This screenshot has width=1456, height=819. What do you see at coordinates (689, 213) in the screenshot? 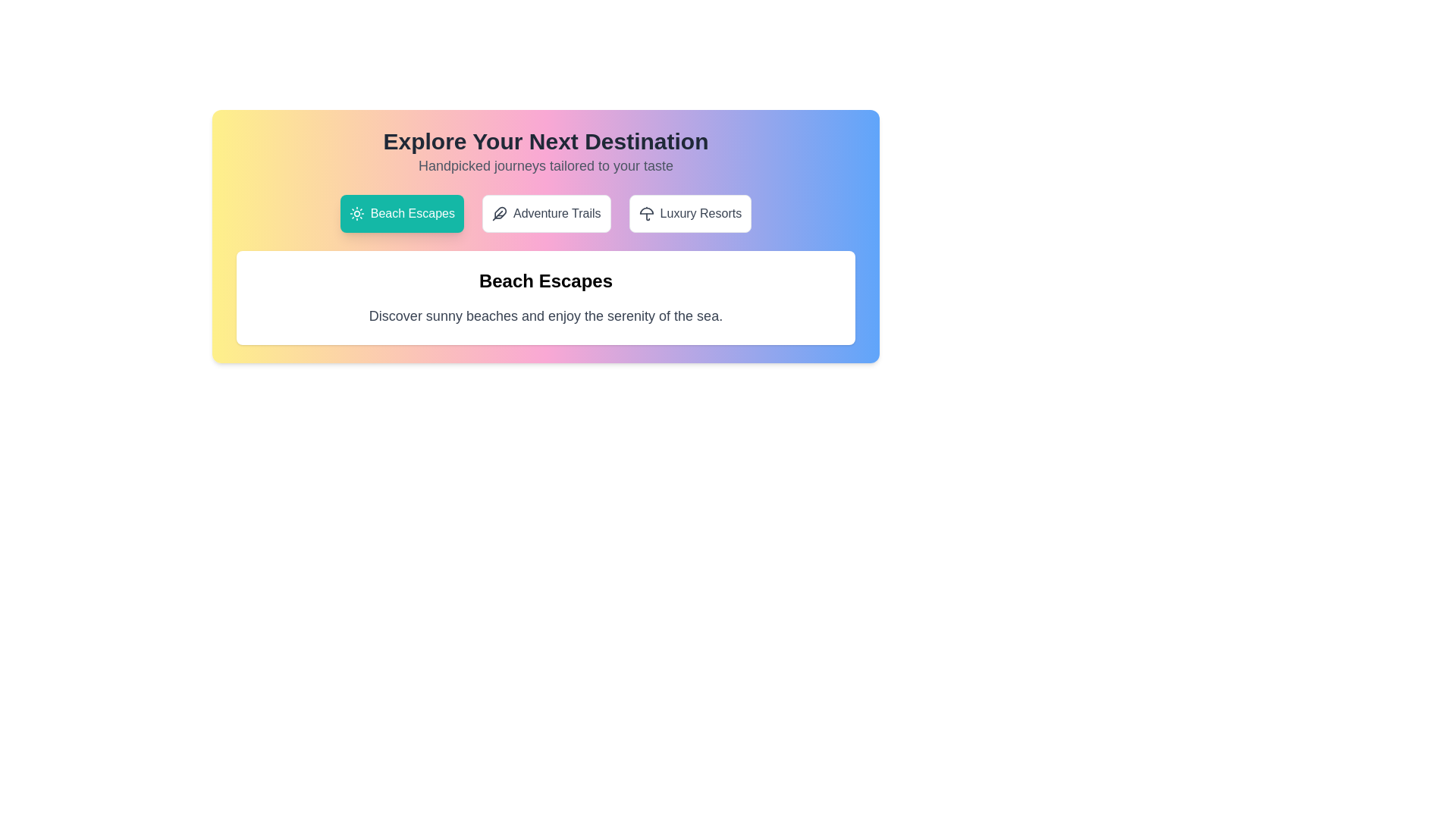
I see `the tab corresponding to Luxury Resorts to view its content` at bounding box center [689, 213].